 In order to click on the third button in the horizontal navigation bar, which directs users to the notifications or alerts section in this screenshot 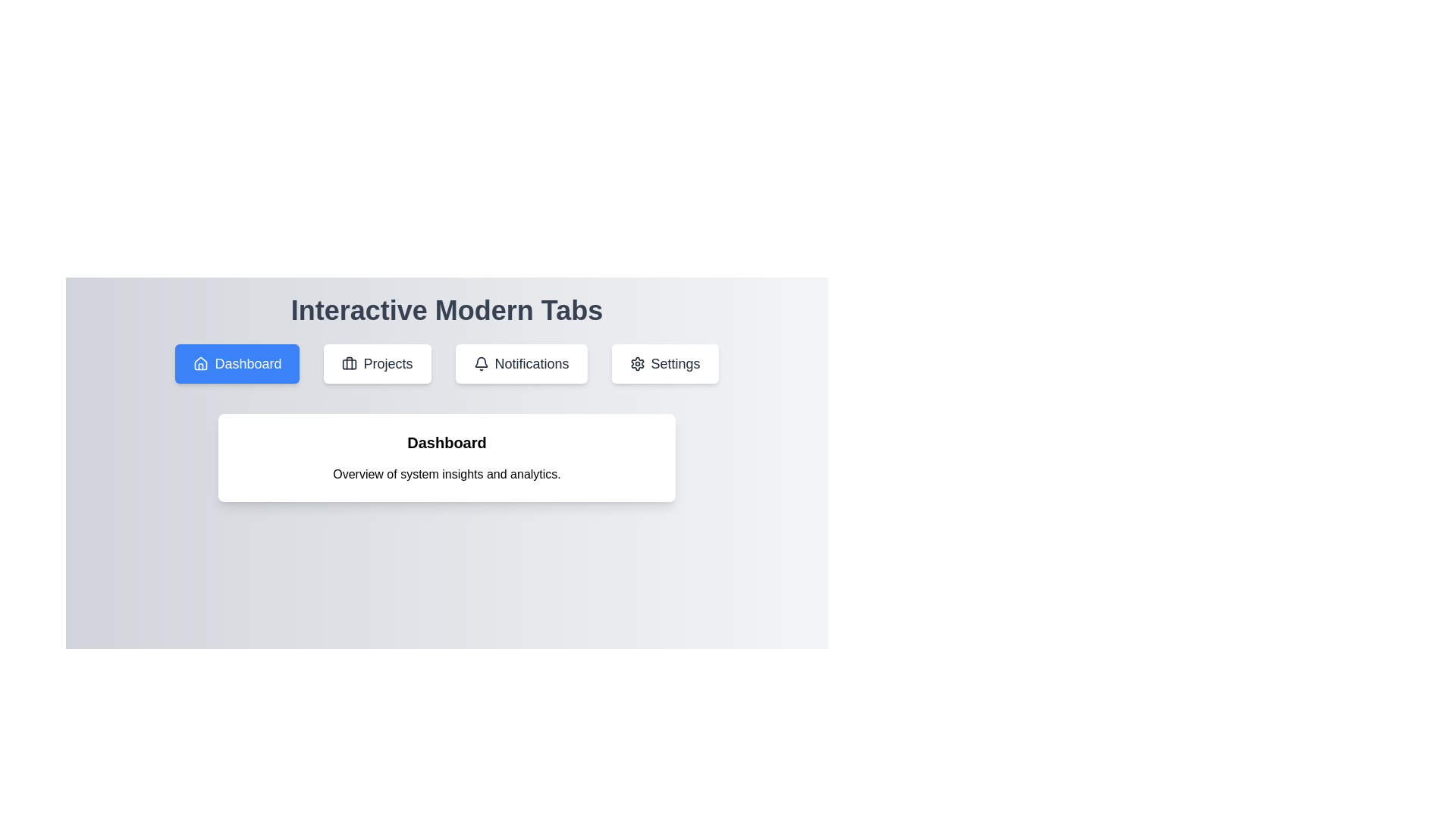, I will do `click(521, 363)`.